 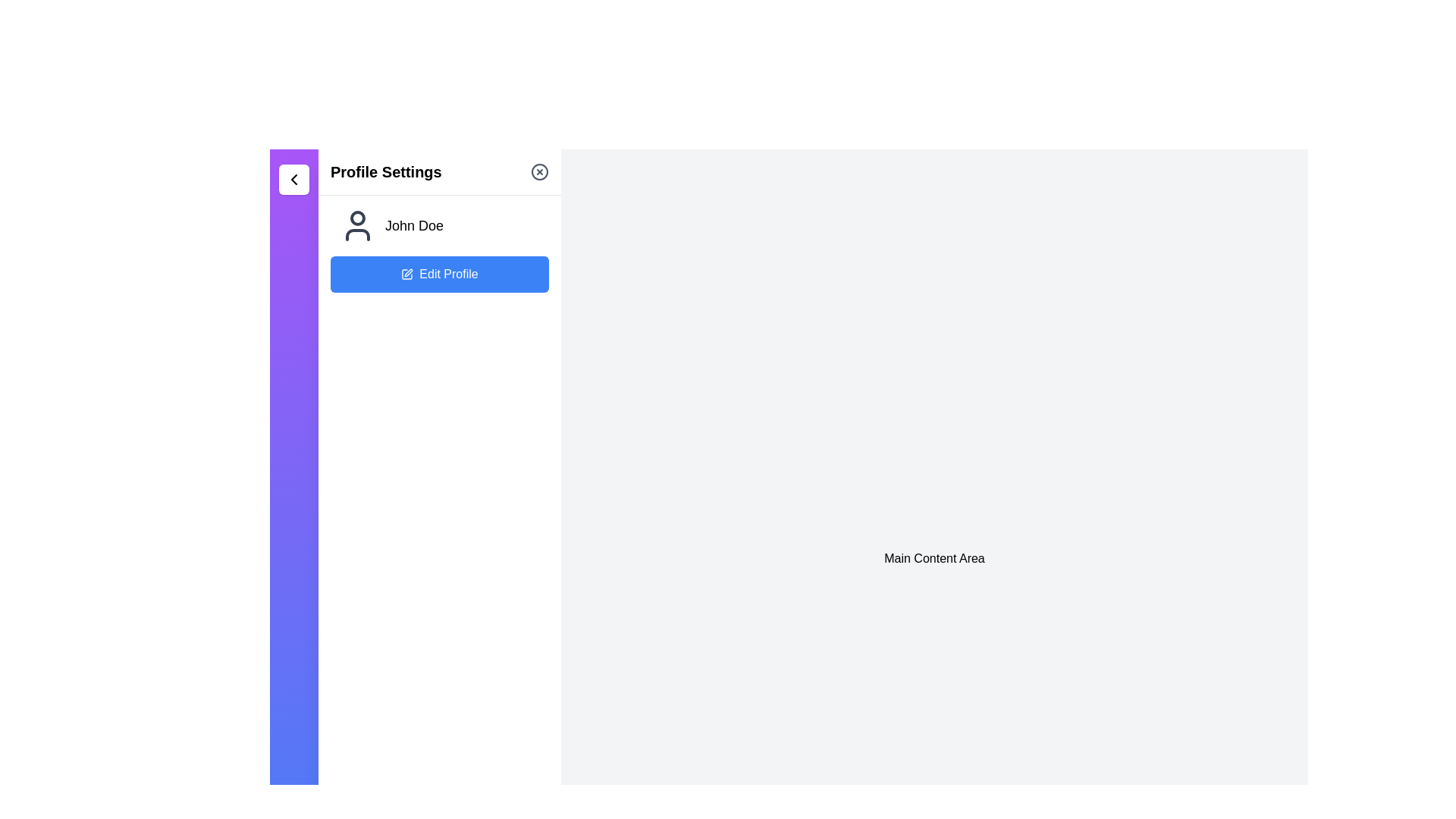 I want to click on the SVG circle component located above the user icon in the profile section, which is a circular shape with a stroke matching the theme color, so click(x=356, y=218).